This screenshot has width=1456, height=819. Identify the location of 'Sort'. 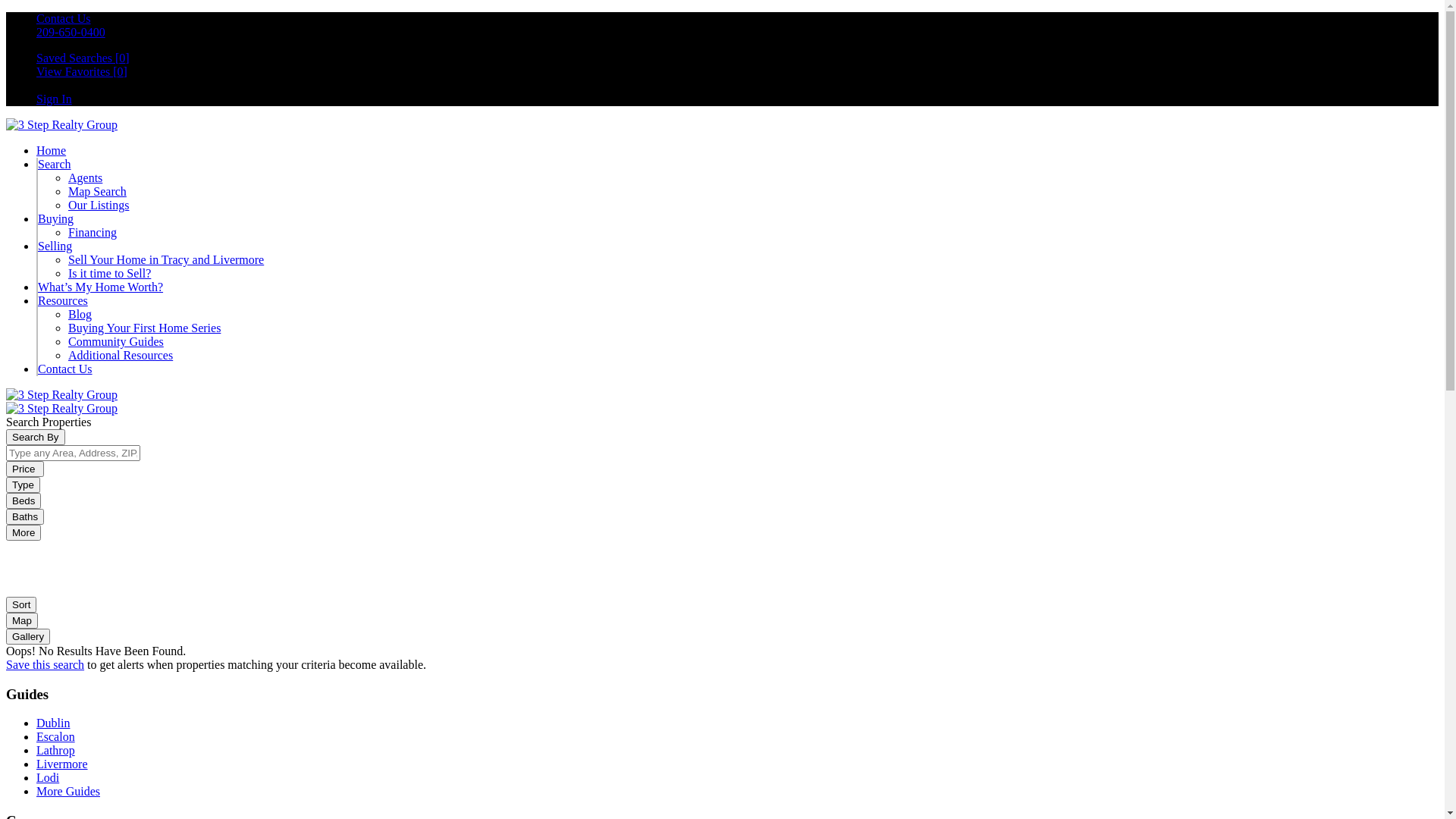
(21, 604).